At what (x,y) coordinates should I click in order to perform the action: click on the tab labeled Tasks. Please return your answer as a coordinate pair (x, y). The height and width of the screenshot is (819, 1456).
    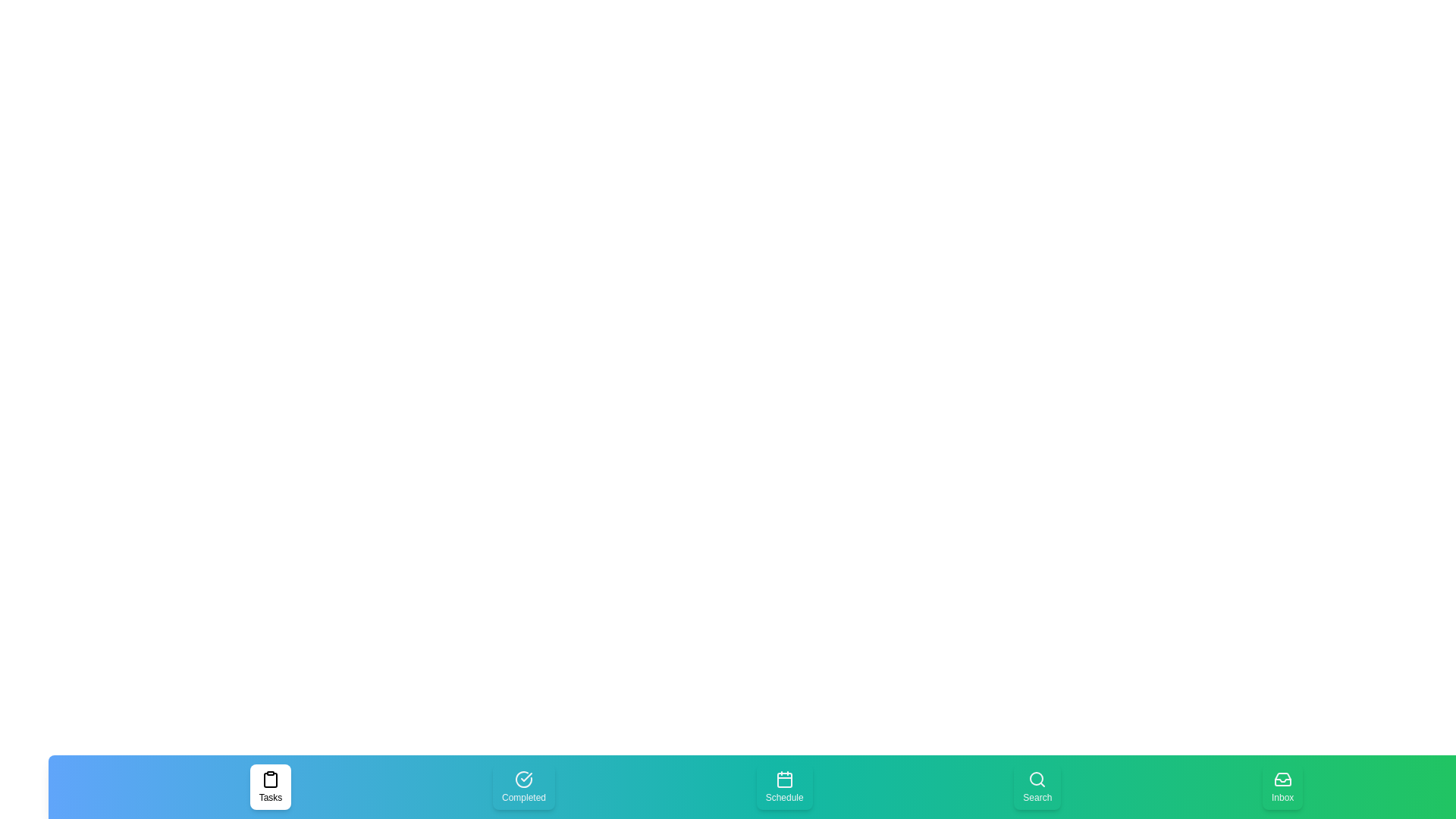
    Looking at the image, I should click on (270, 786).